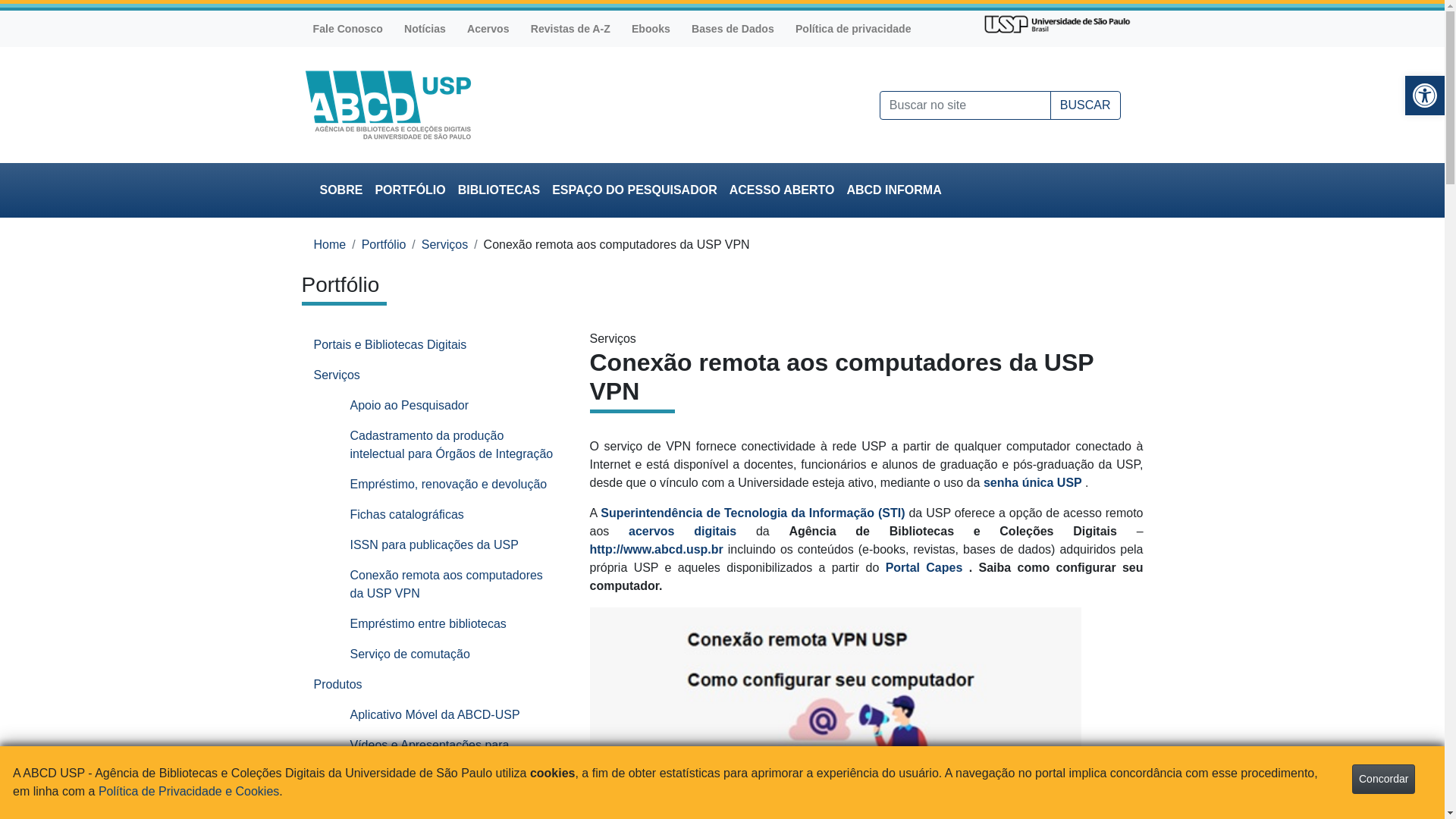 This screenshot has width=1456, height=819. I want to click on 'SOBRE', so click(340, 189).